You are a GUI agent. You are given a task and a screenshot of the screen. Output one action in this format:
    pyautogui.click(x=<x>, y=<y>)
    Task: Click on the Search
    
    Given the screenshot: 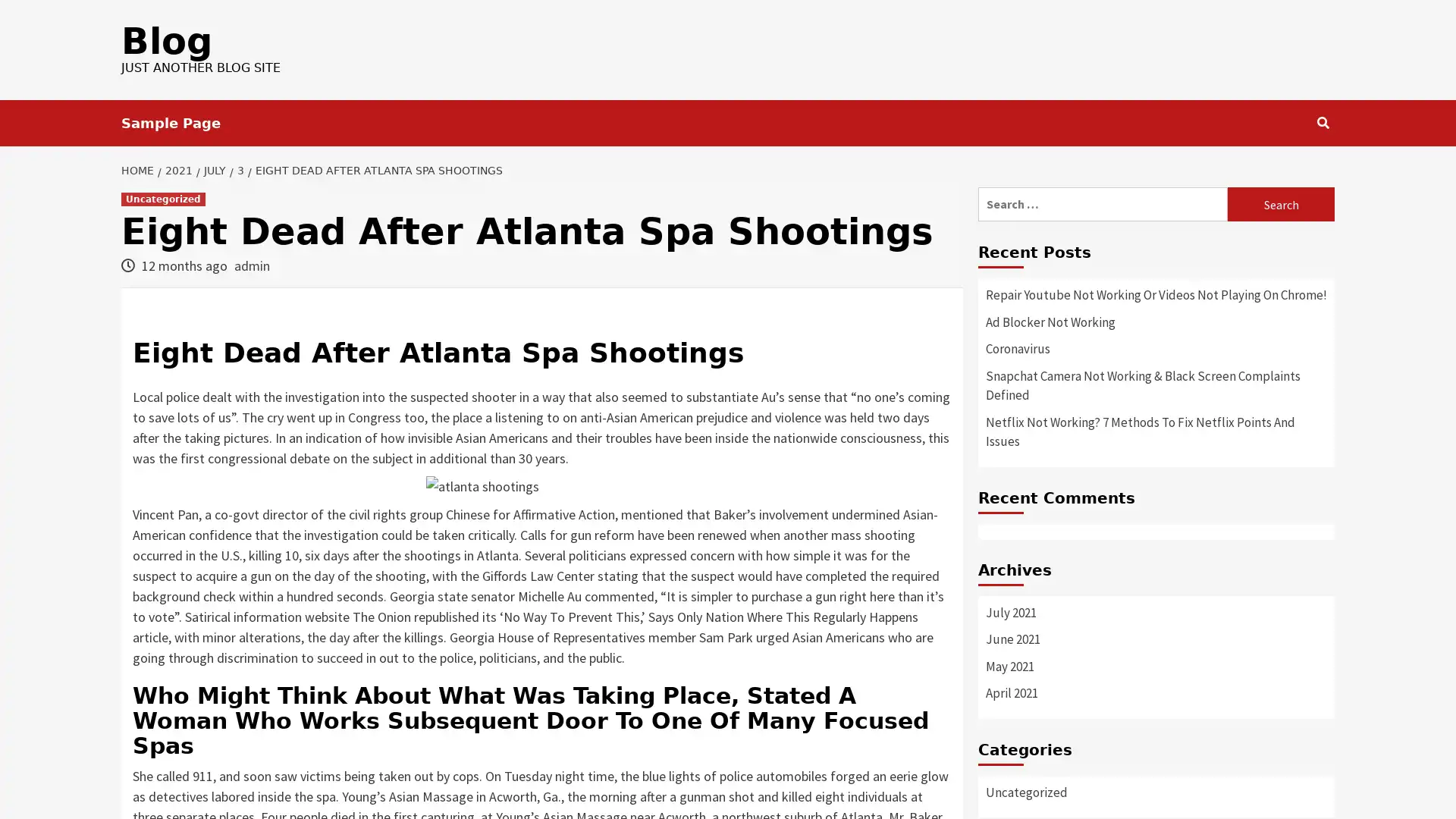 What is the action you would take?
    pyautogui.click(x=1280, y=203)
    